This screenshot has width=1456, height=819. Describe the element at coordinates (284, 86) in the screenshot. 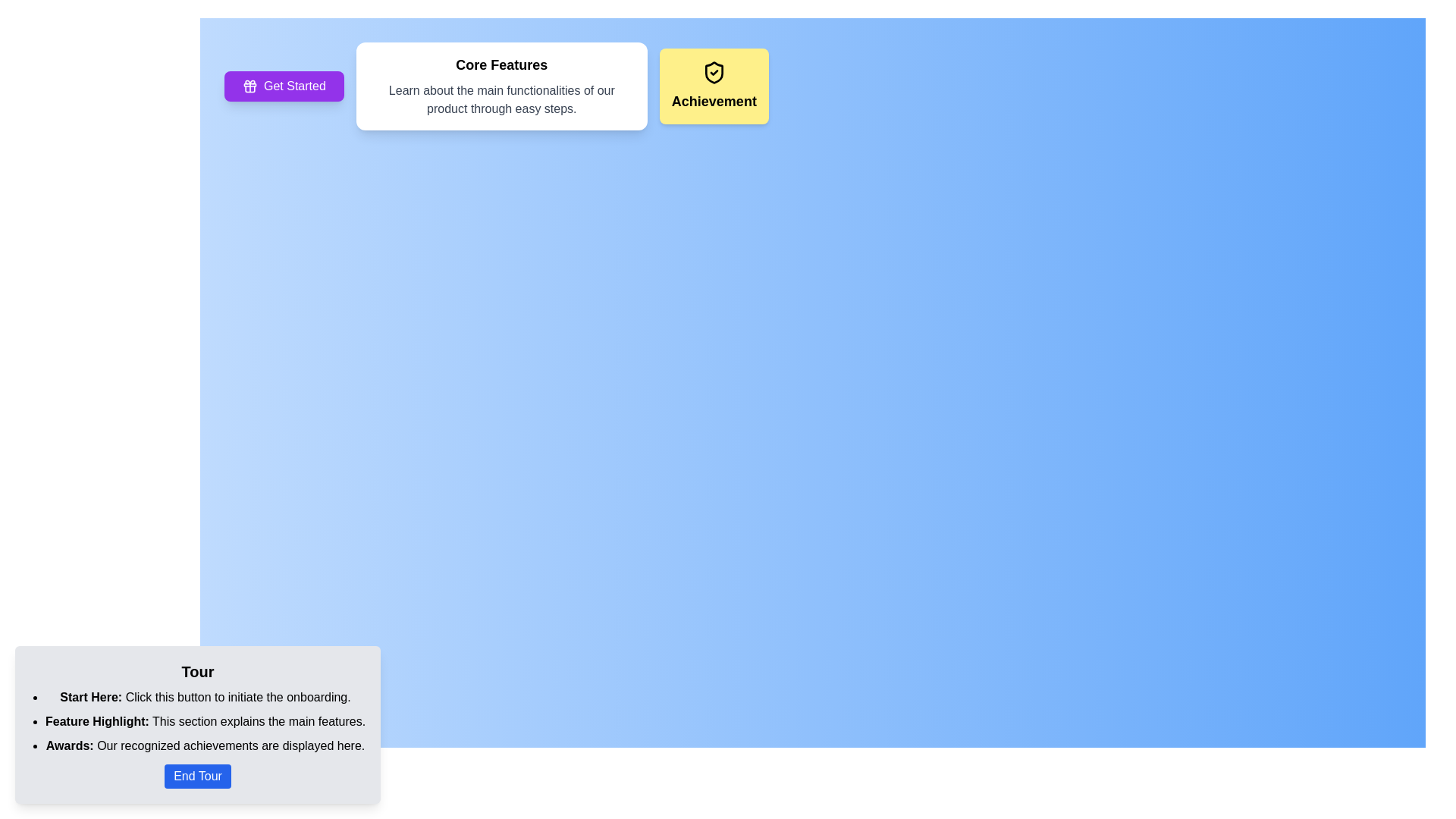

I see `the rectangular button with a purple background and white text reading 'Get Started'` at that location.